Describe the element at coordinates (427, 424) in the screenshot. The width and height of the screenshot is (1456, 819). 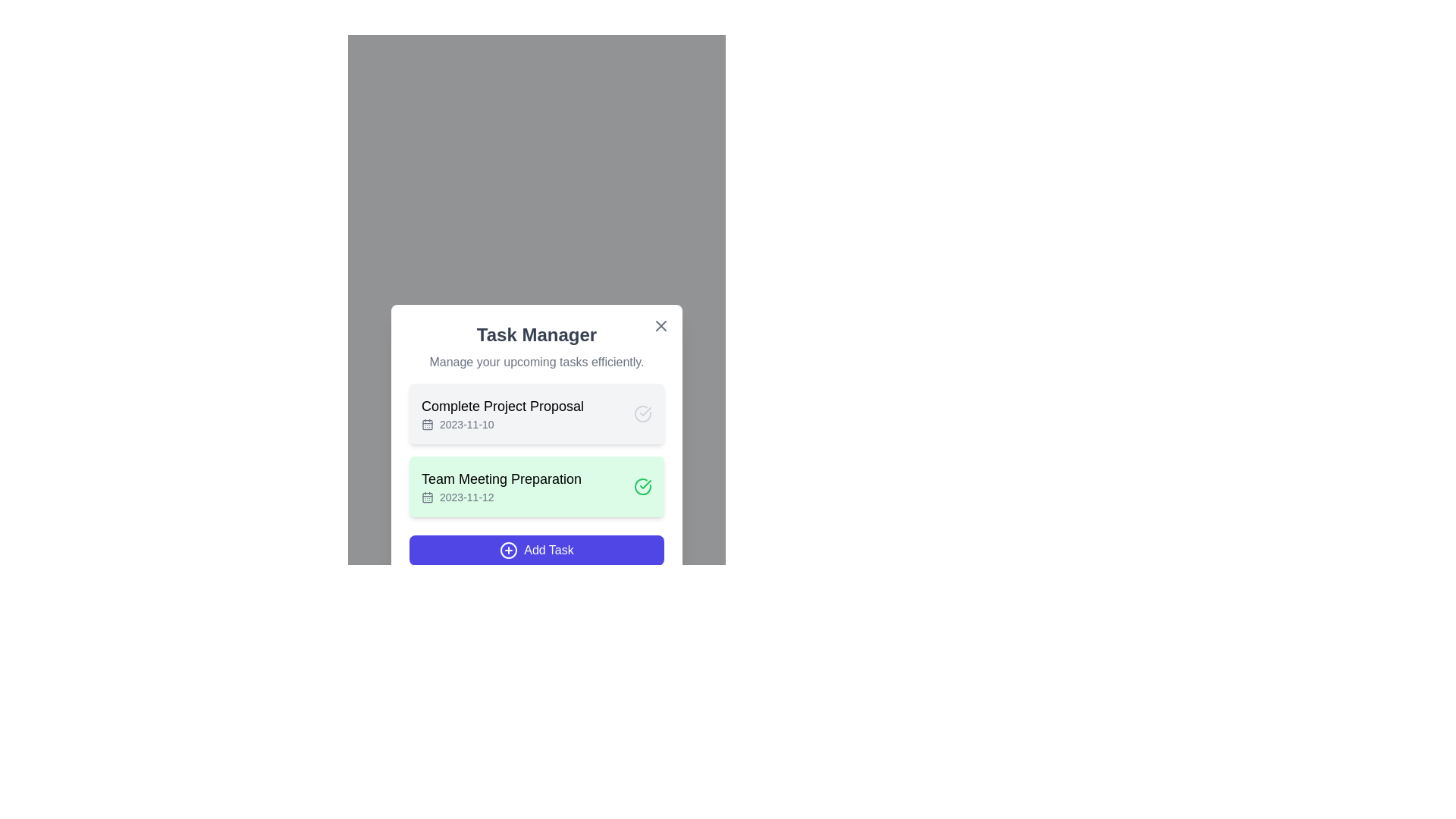
I see `the calendar icon located to the left of the date '2023-11-10'` at that location.